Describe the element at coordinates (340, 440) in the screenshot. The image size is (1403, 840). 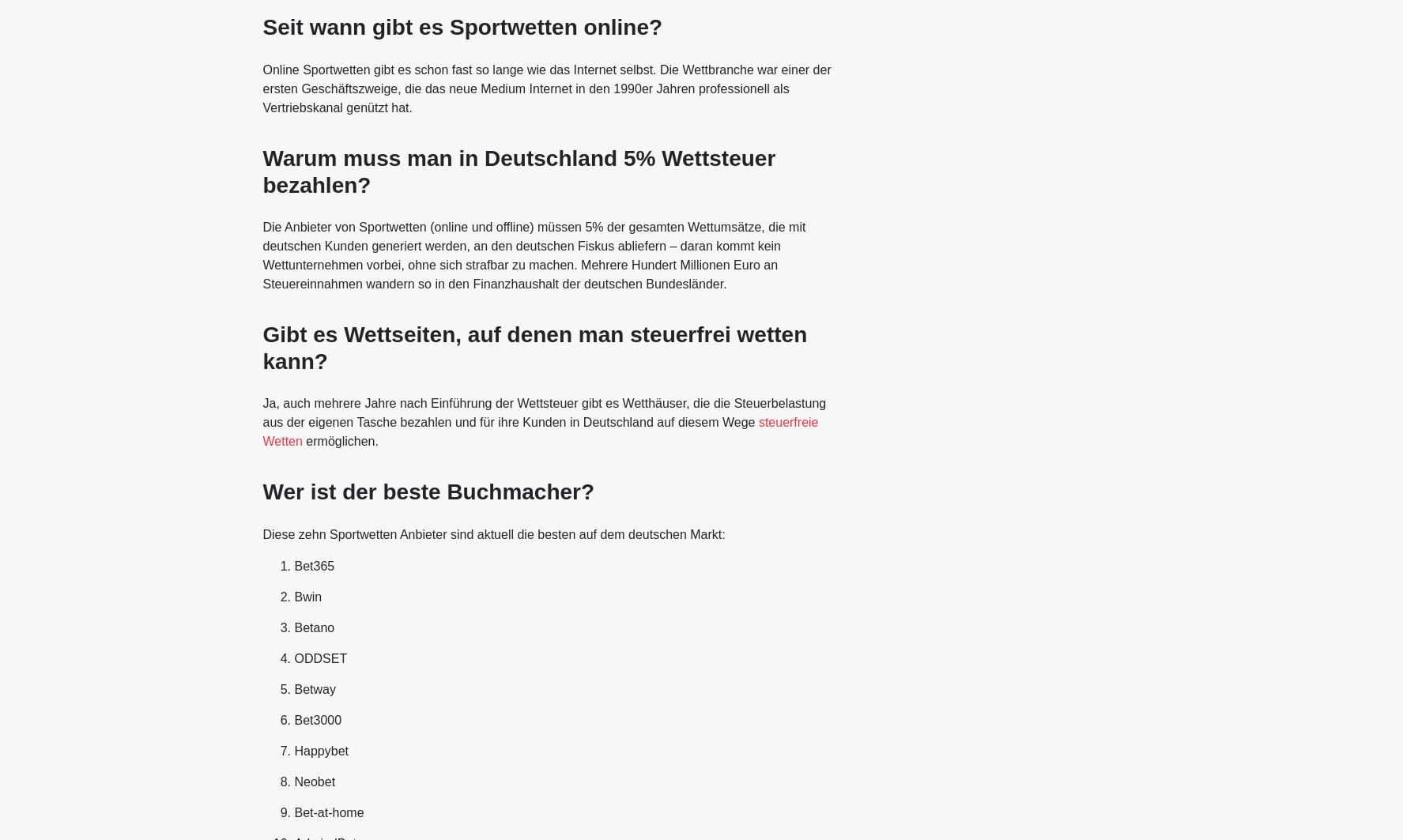
I see `'ermöglichen.'` at that location.